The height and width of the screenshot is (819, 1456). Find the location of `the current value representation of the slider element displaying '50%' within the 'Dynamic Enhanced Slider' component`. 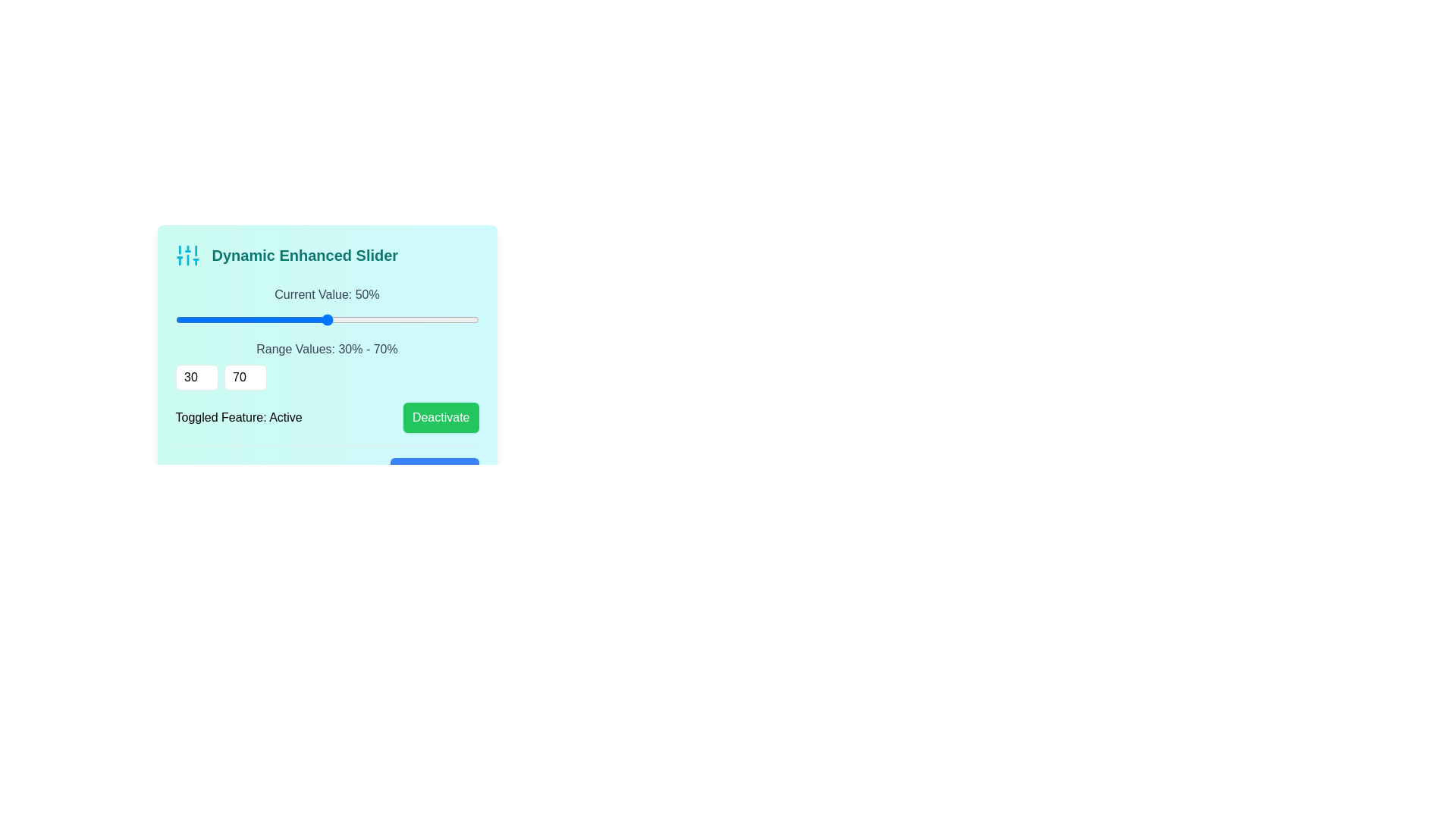

the current value representation of the slider element displaying '50%' within the 'Dynamic Enhanced Slider' component is located at coordinates (326, 307).